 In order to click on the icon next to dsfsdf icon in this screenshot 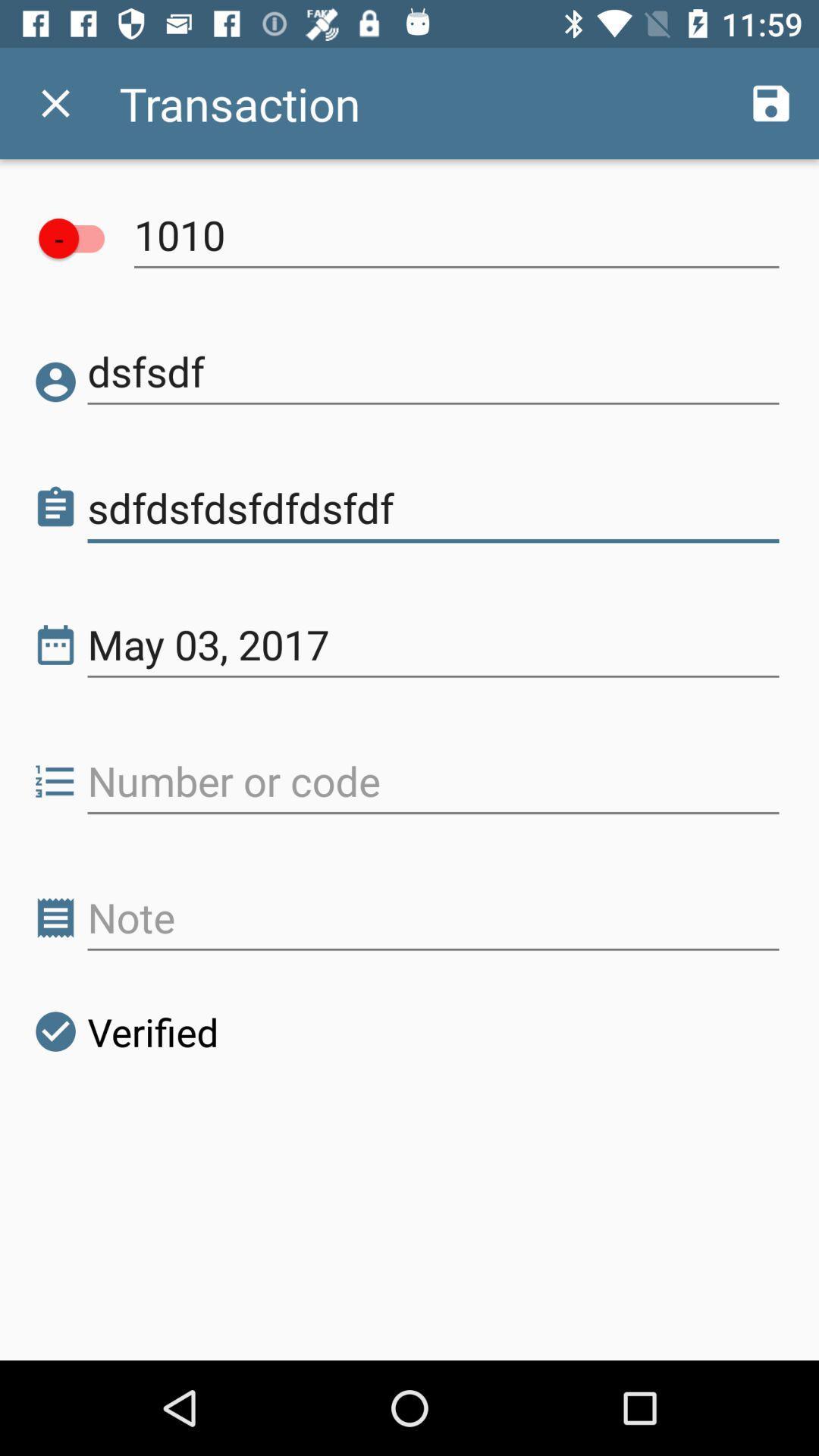, I will do `click(55, 381)`.